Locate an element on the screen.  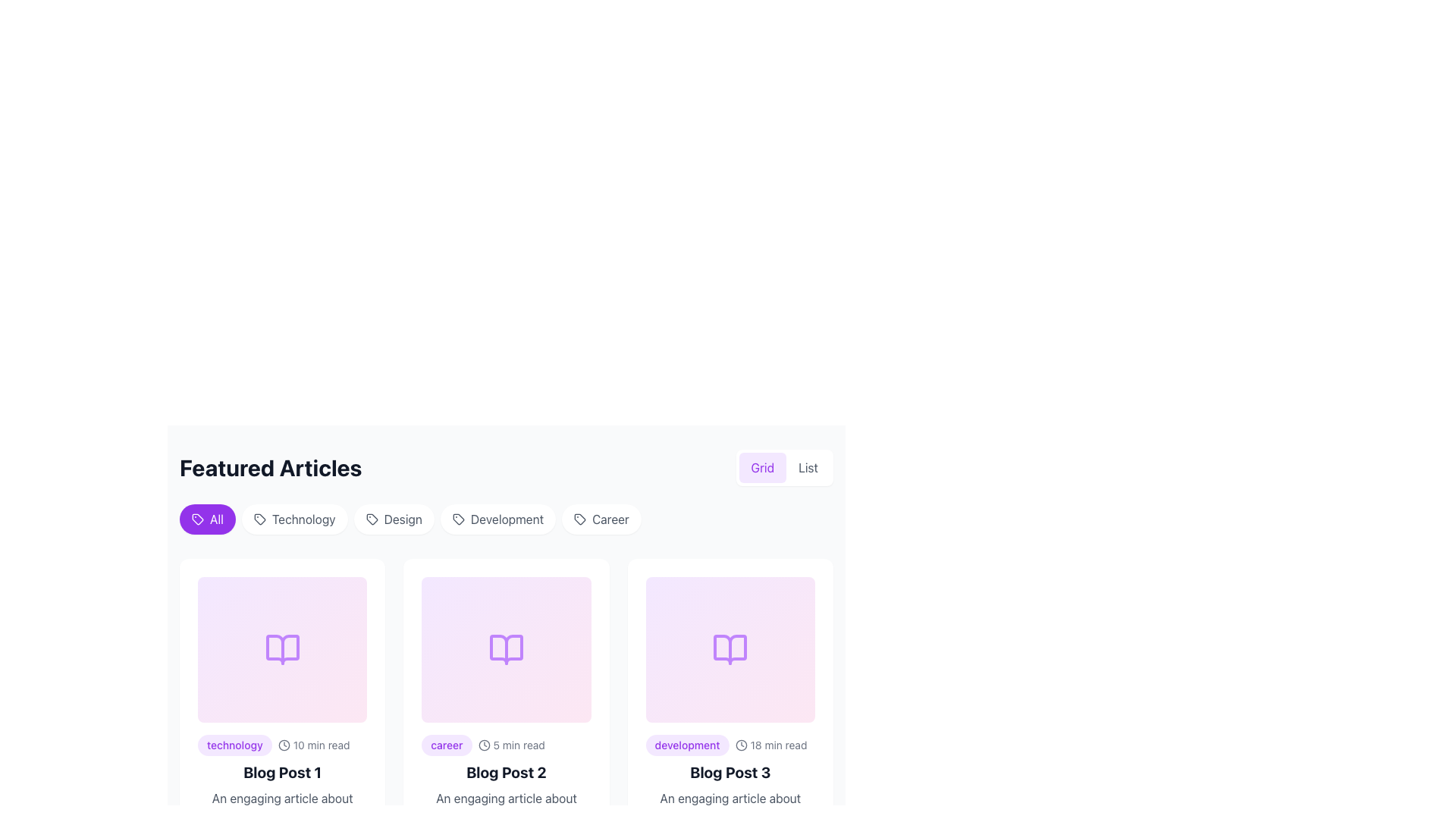
the fifth button in the horizontal list, which is styled for navigation or filtering purposes is located at coordinates (601, 519).